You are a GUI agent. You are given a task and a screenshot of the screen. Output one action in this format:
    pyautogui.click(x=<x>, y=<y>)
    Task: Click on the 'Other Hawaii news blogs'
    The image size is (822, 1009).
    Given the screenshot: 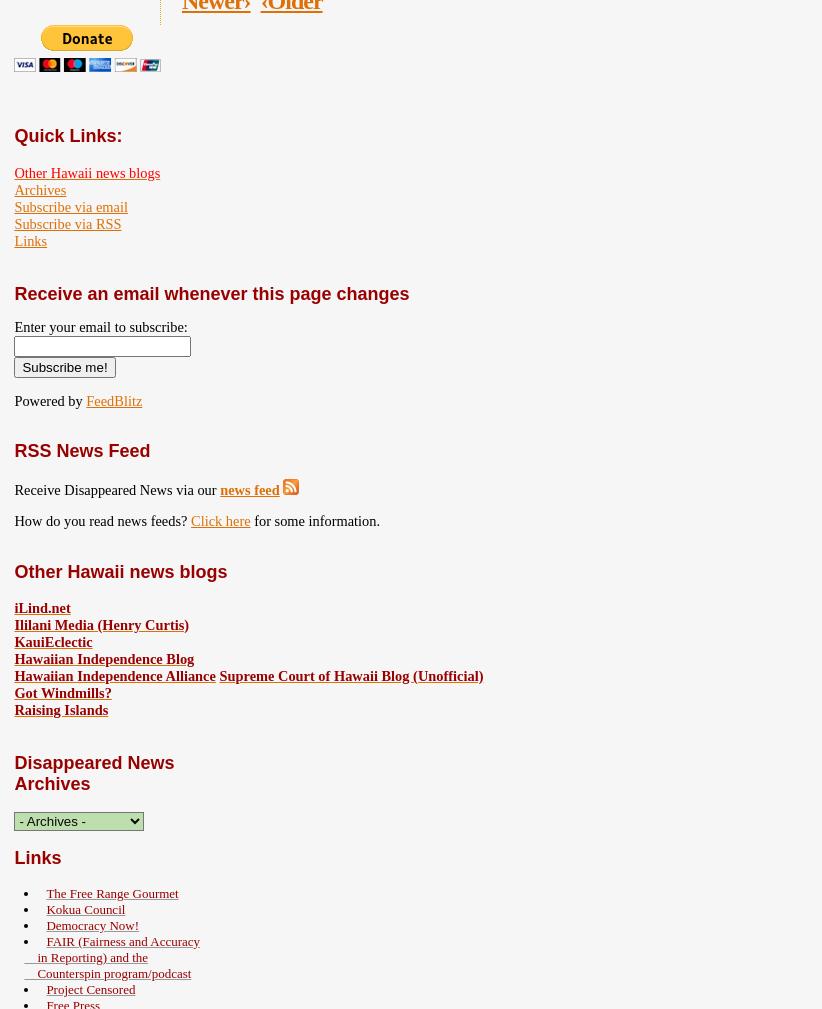 What is the action you would take?
    pyautogui.click(x=119, y=570)
    